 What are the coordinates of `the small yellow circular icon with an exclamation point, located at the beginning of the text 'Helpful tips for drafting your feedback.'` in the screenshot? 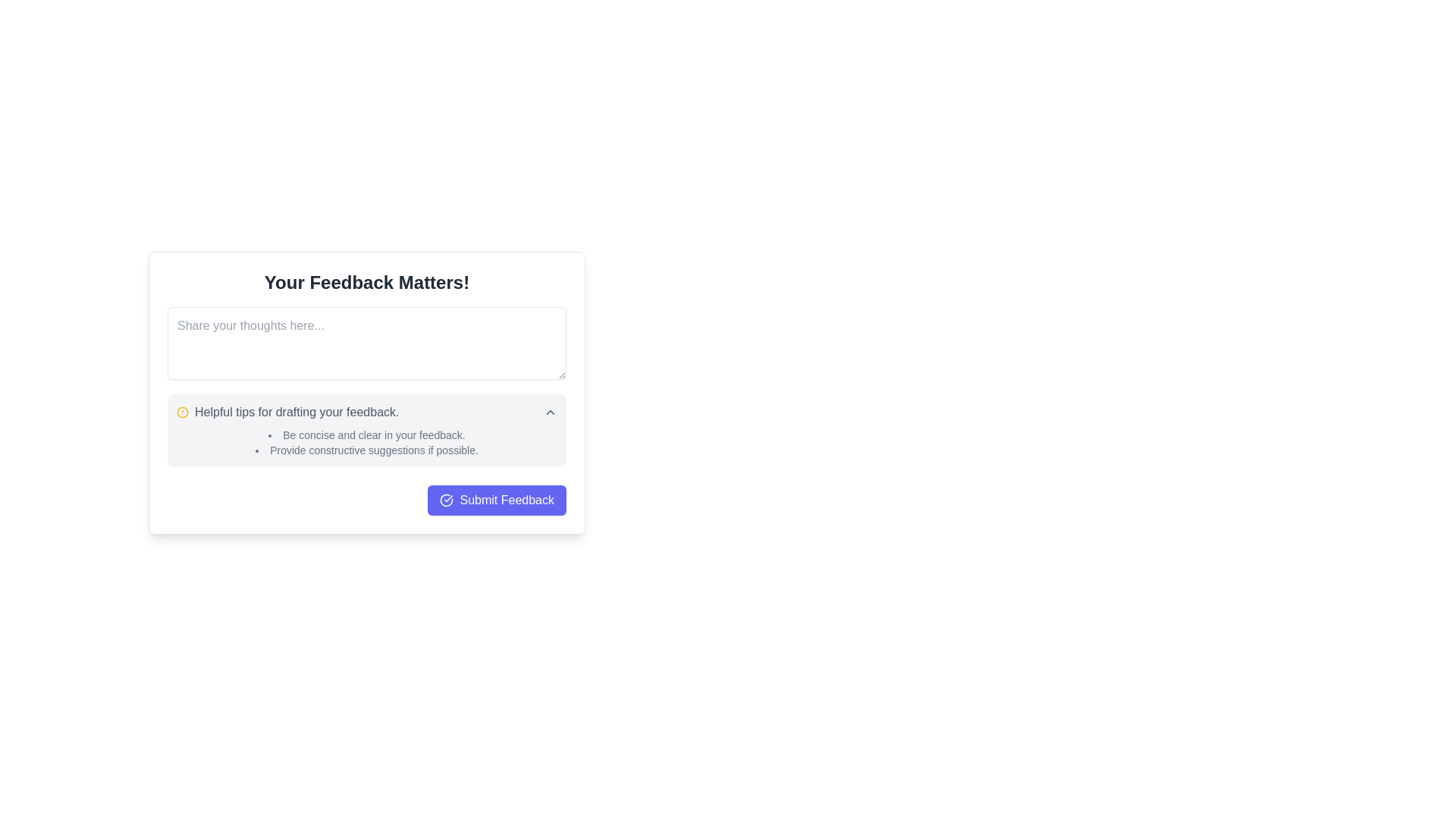 It's located at (182, 412).